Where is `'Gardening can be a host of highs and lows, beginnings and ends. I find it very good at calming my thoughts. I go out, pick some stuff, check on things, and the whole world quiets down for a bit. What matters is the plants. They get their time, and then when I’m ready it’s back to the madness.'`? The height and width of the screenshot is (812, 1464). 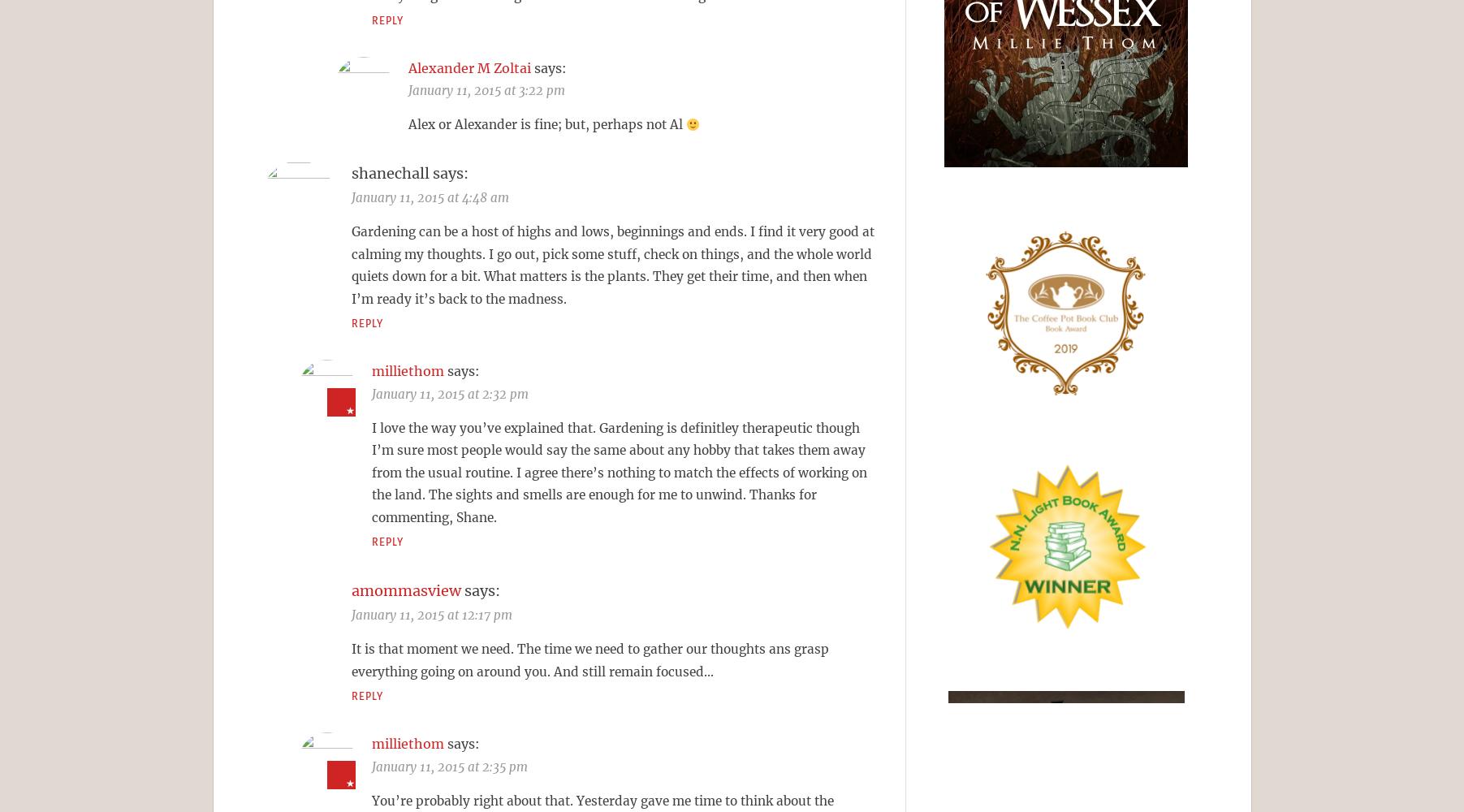
'Gardening can be a host of highs and lows, beginnings and ends. I find it very good at calming my thoughts. I go out, pick some stuff, check on things, and the whole world quiets down for a bit. What matters is the plants. They get their time, and then when I’m ready it’s back to the madness.' is located at coordinates (612, 264).